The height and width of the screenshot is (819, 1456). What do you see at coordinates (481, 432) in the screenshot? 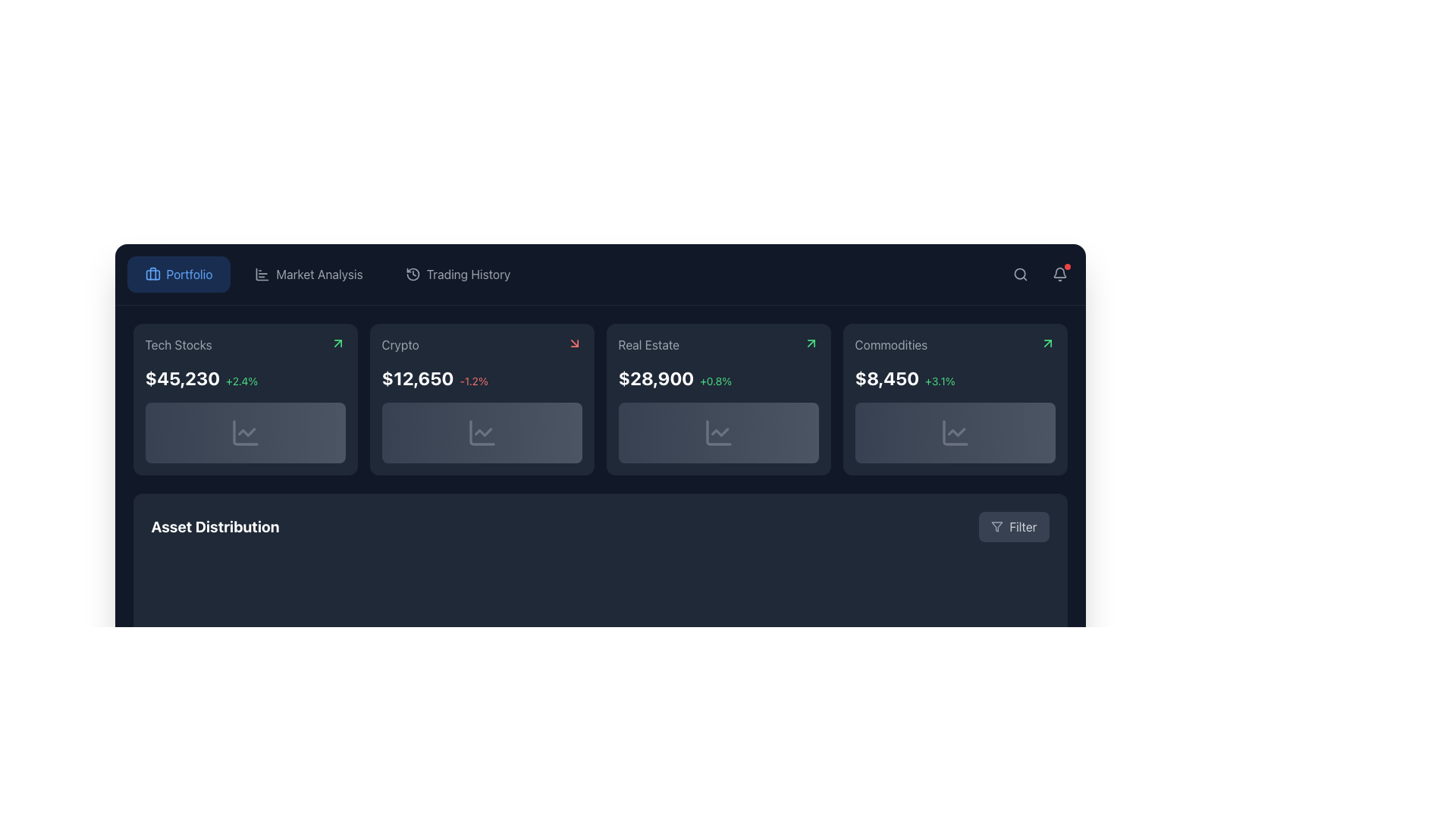
I see `the line chart icon, which is a gray graphical icon representing data trends, located at the bottom center of the second card in the financial categories row` at bounding box center [481, 432].